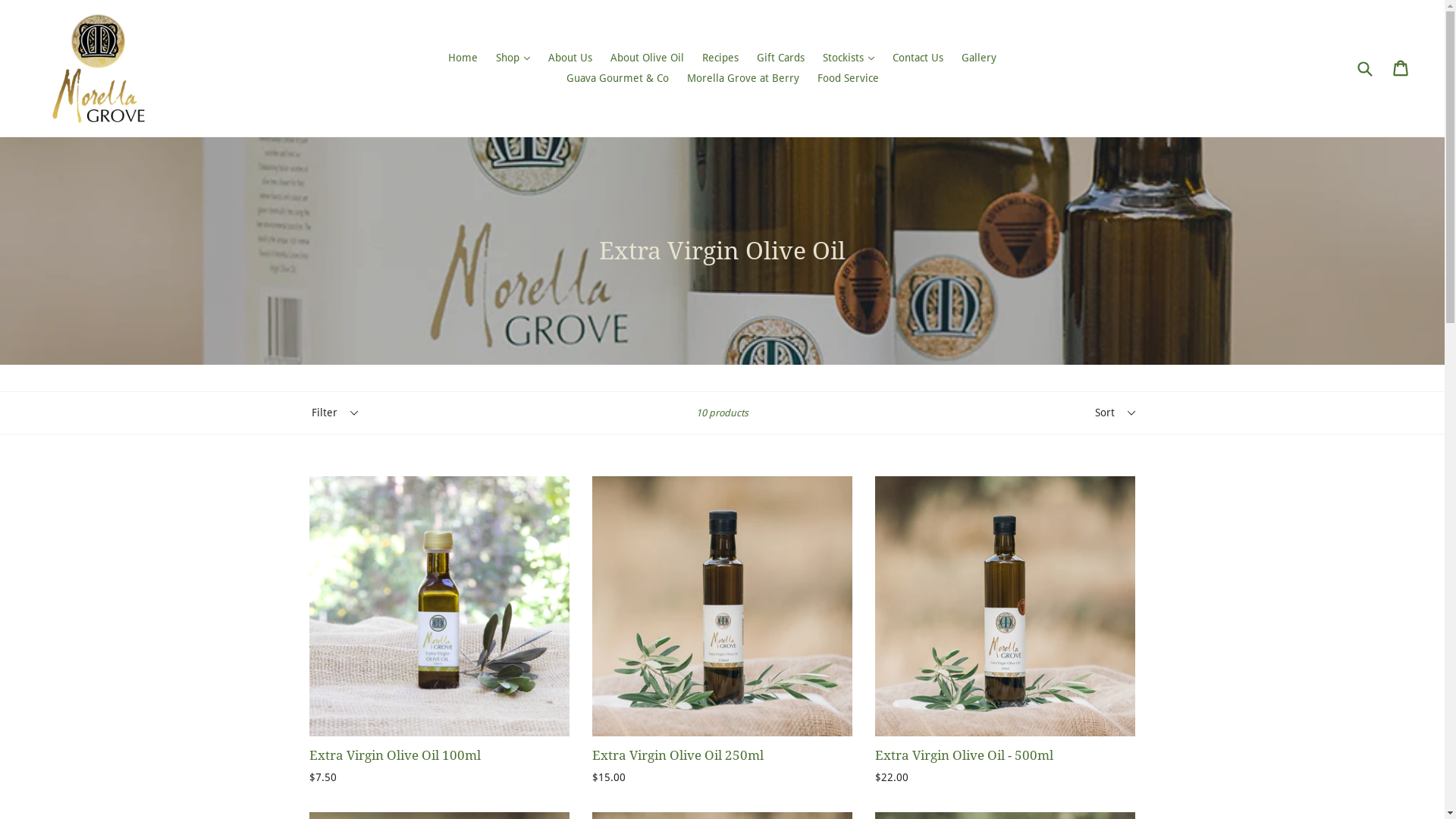 The height and width of the screenshot is (819, 1456). What do you see at coordinates (874, 631) in the screenshot?
I see `'Extra Virgin Olive Oil - 500ml` at bounding box center [874, 631].